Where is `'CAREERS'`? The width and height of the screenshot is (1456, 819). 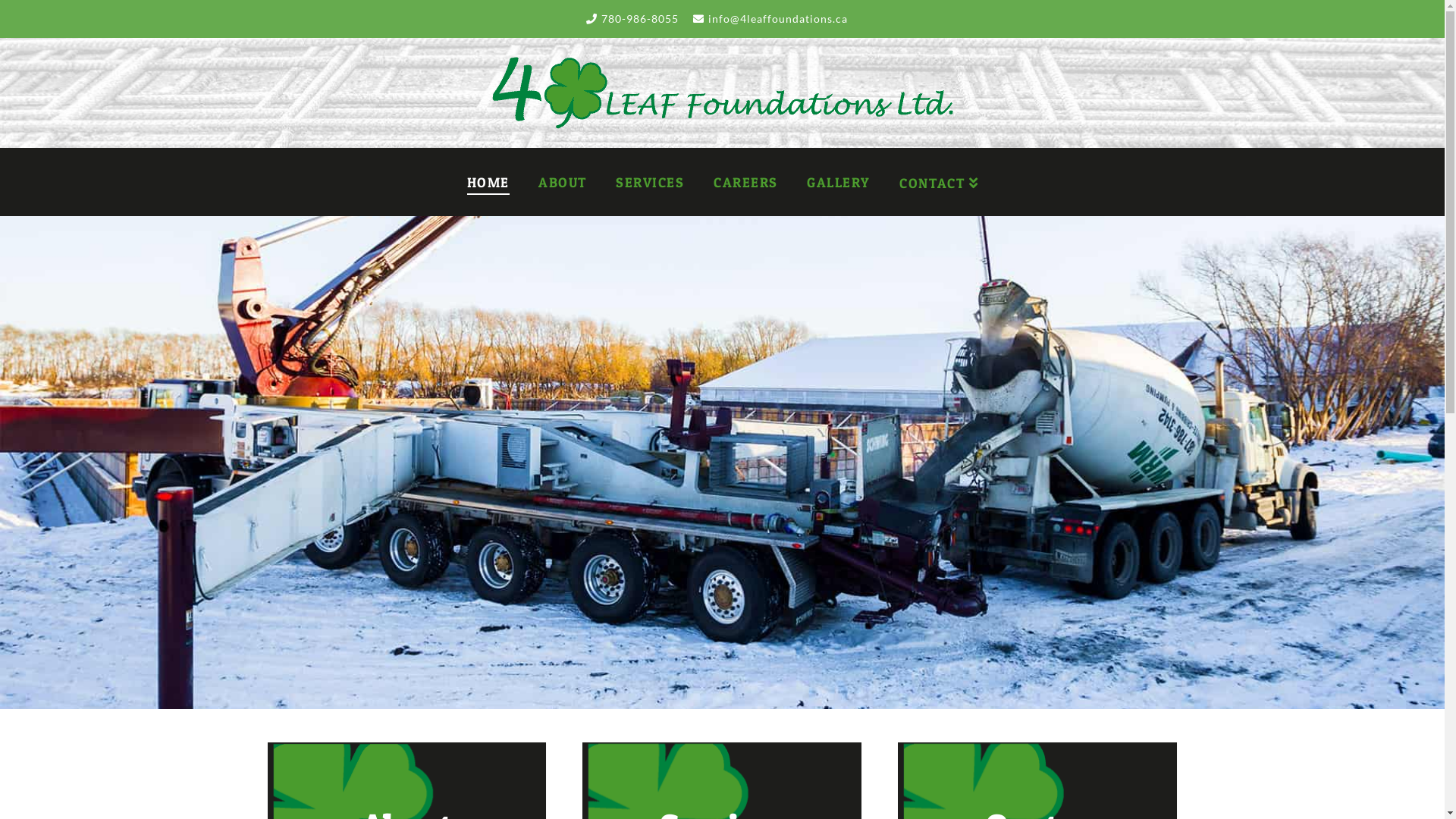
'CAREERS' is located at coordinates (745, 180).